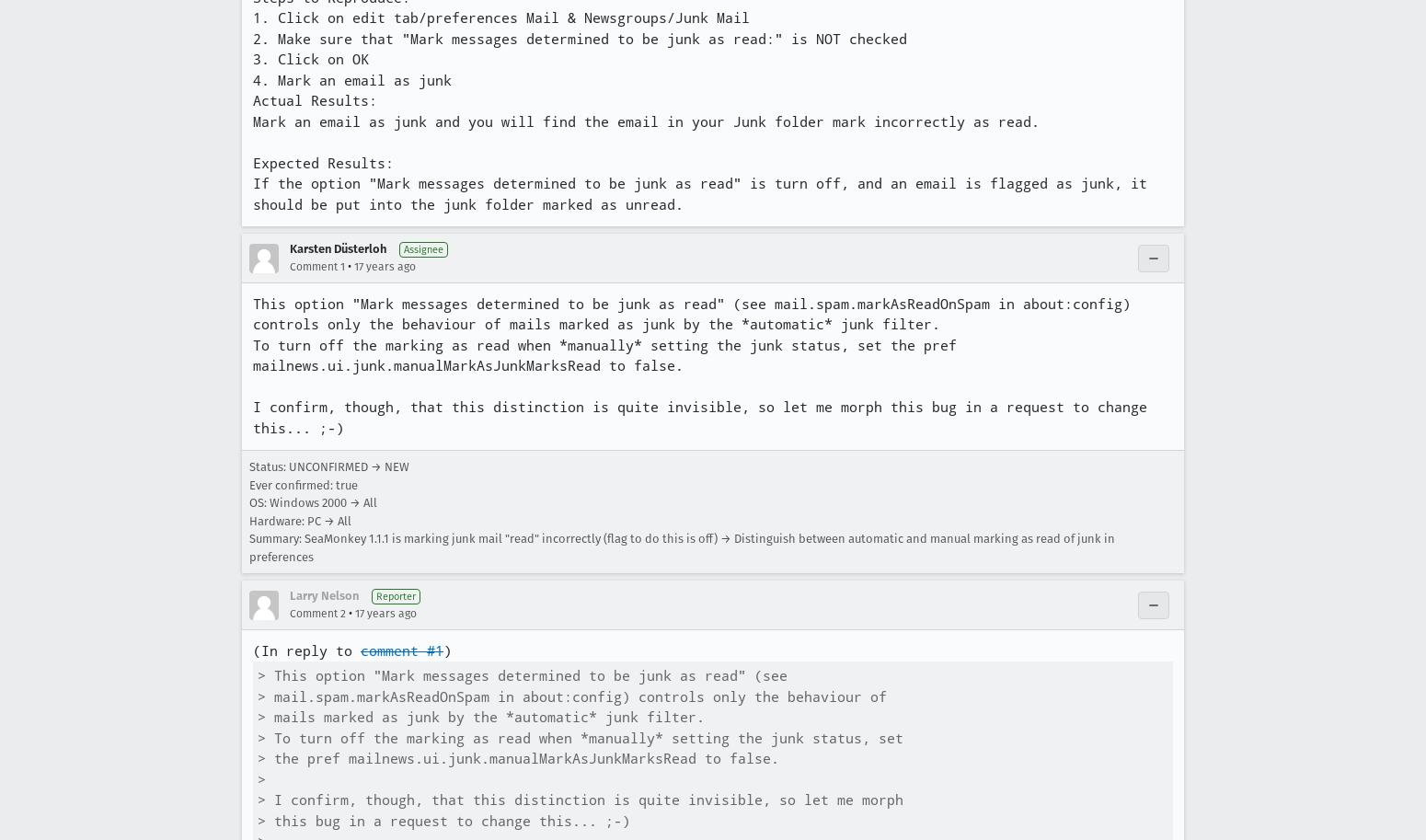 This screenshot has width=1426, height=840. What do you see at coordinates (401, 650) in the screenshot?
I see `'comment #1'` at bounding box center [401, 650].